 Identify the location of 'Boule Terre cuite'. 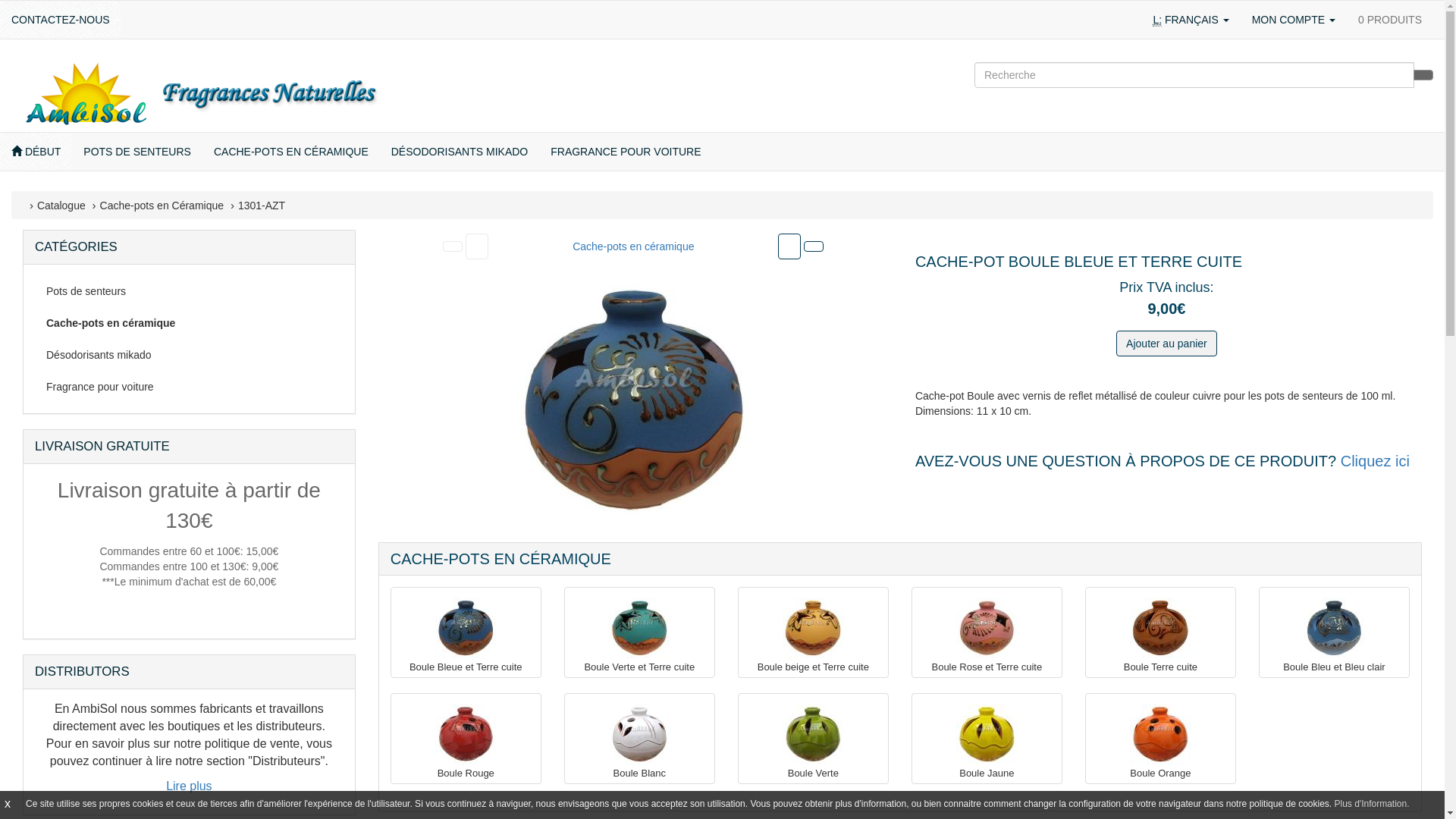
(1159, 666).